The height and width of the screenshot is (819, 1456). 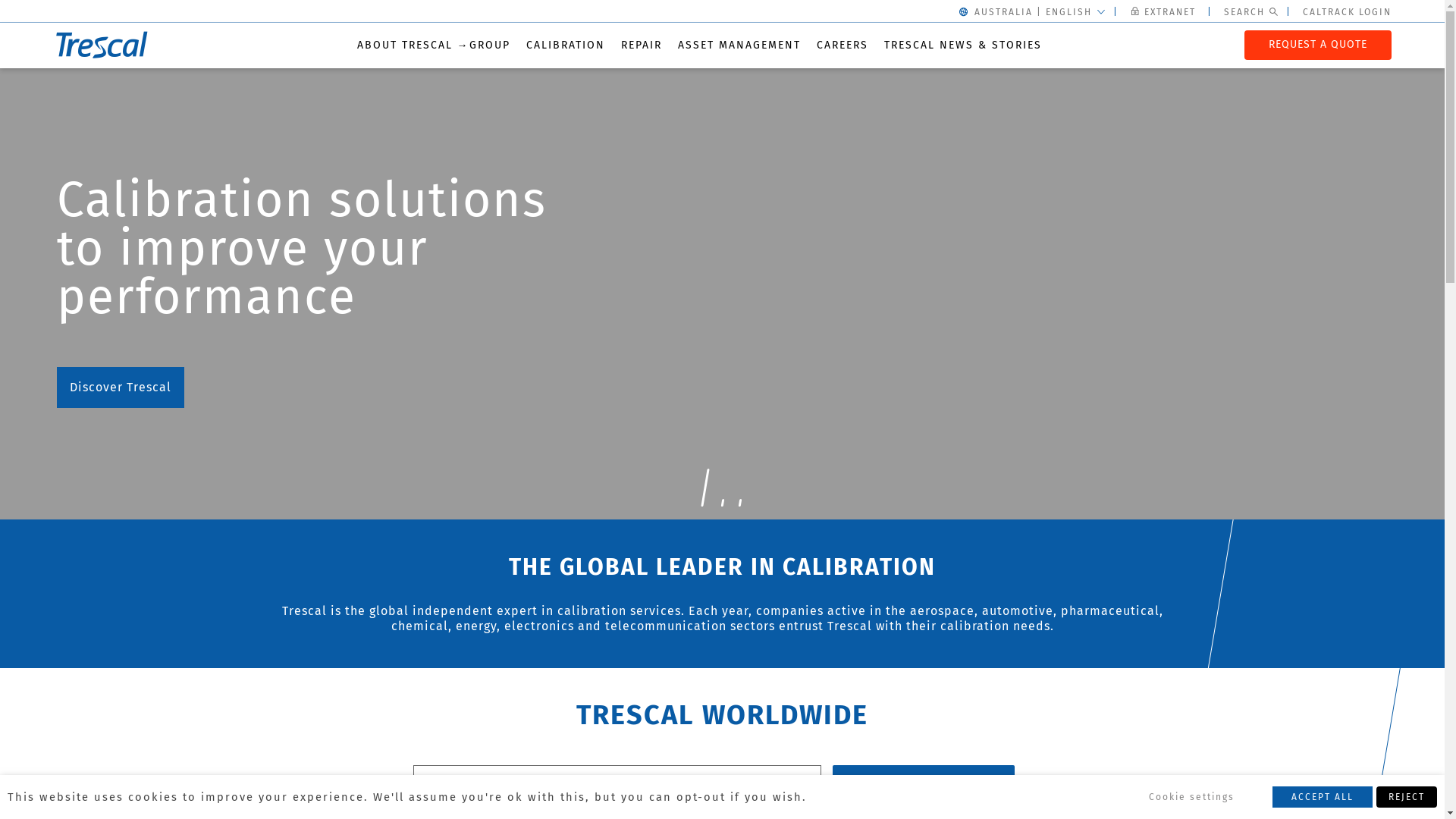 What do you see at coordinates (840, 44) in the screenshot?
I see `'CAREERS'` at bounding box center [840, 44].